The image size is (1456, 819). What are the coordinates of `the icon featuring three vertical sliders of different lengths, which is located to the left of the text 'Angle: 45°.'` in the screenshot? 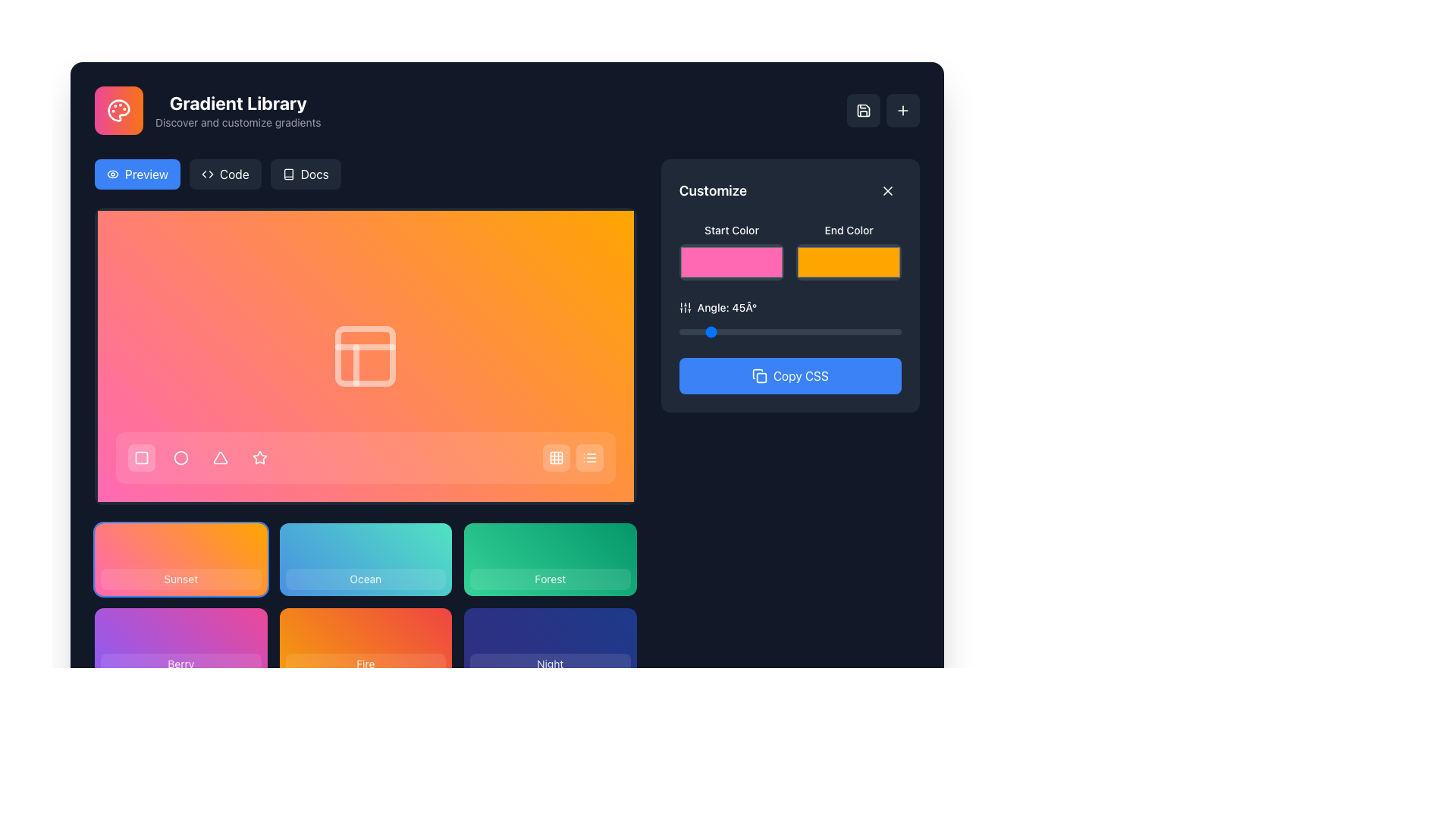 It's located at (684, 307).